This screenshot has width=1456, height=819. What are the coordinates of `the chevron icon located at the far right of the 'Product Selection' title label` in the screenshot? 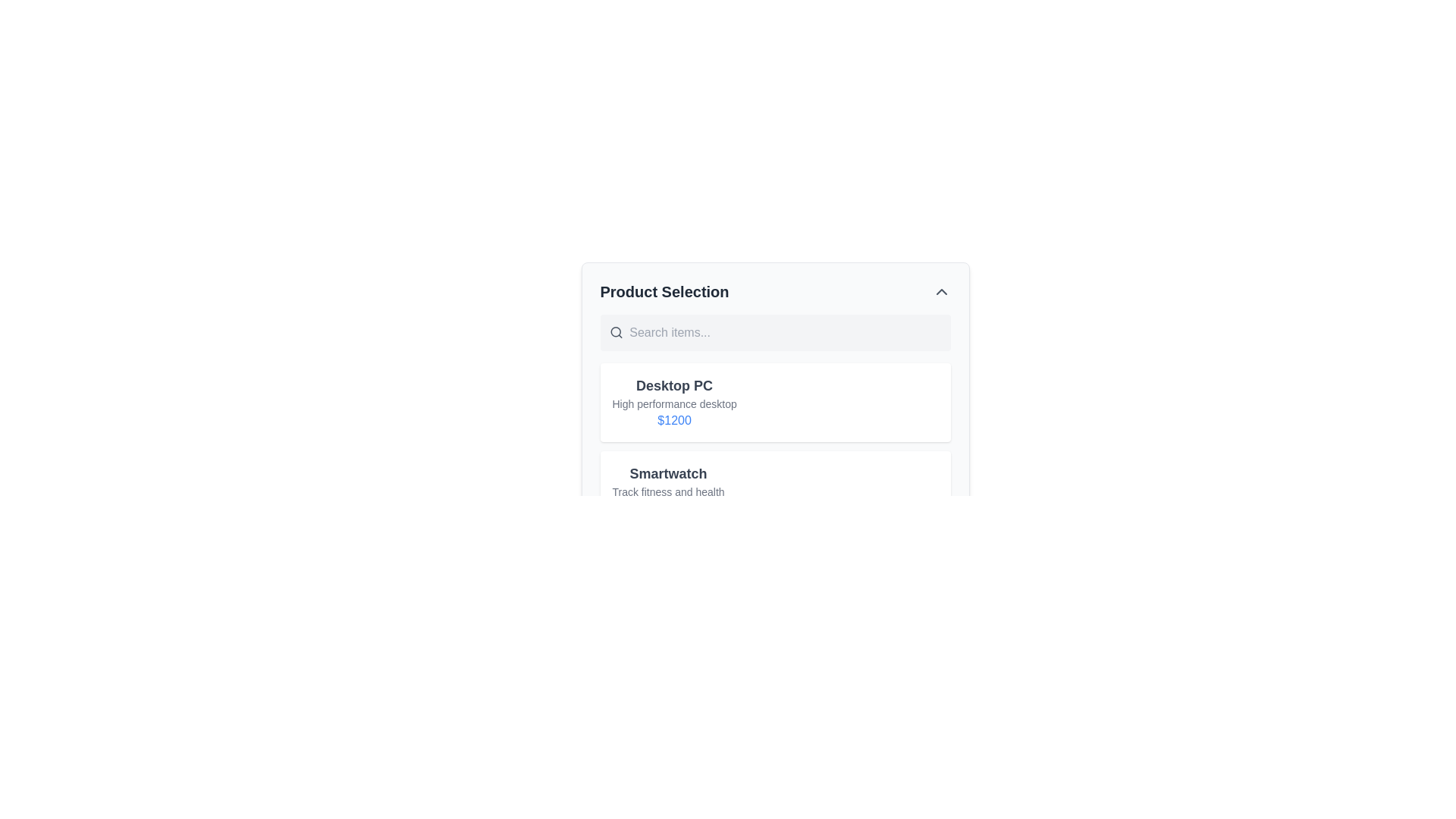 It's located at (940, 292).